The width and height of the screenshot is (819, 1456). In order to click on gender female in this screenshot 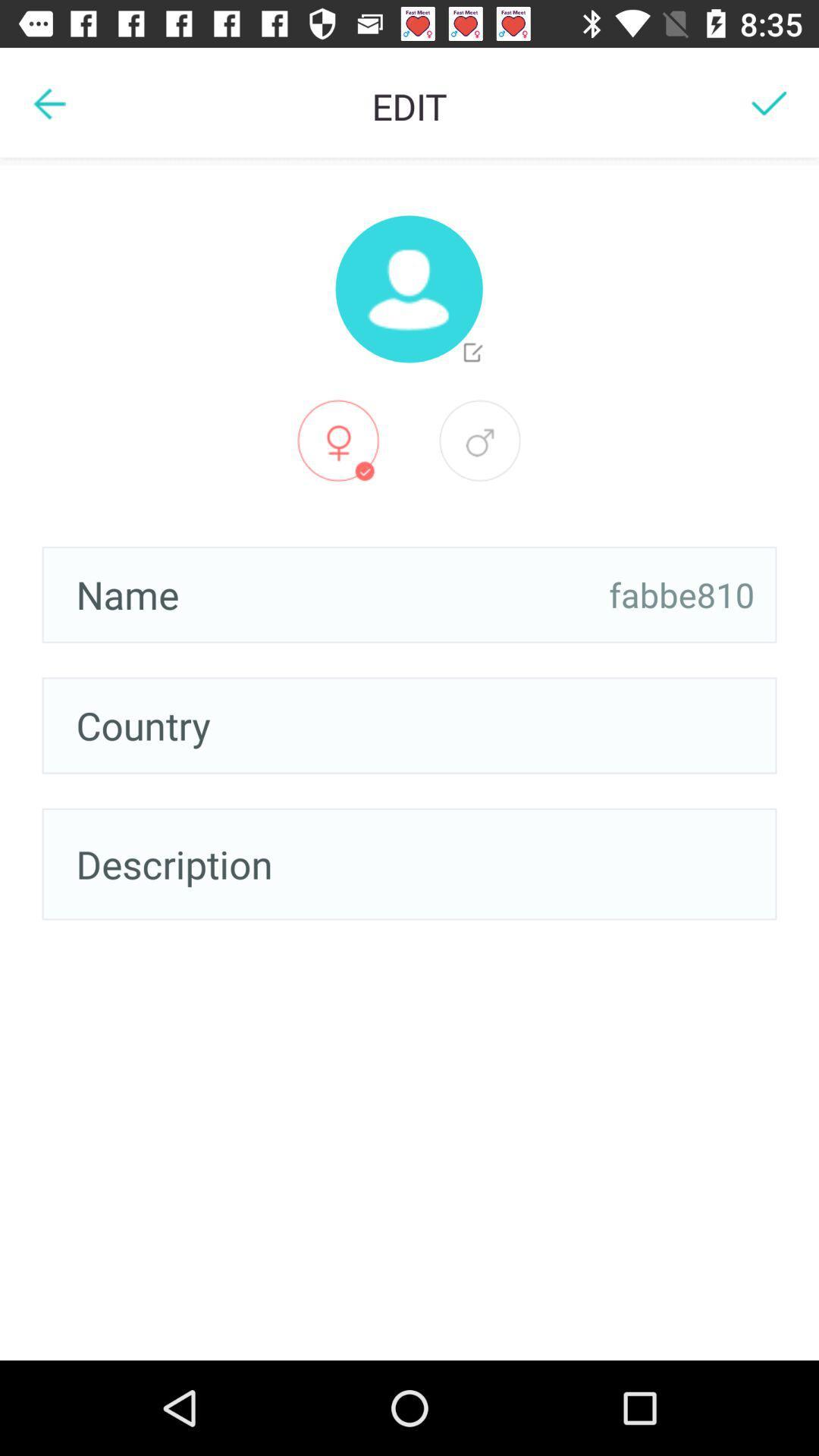, I will do `click(337, 440)`.